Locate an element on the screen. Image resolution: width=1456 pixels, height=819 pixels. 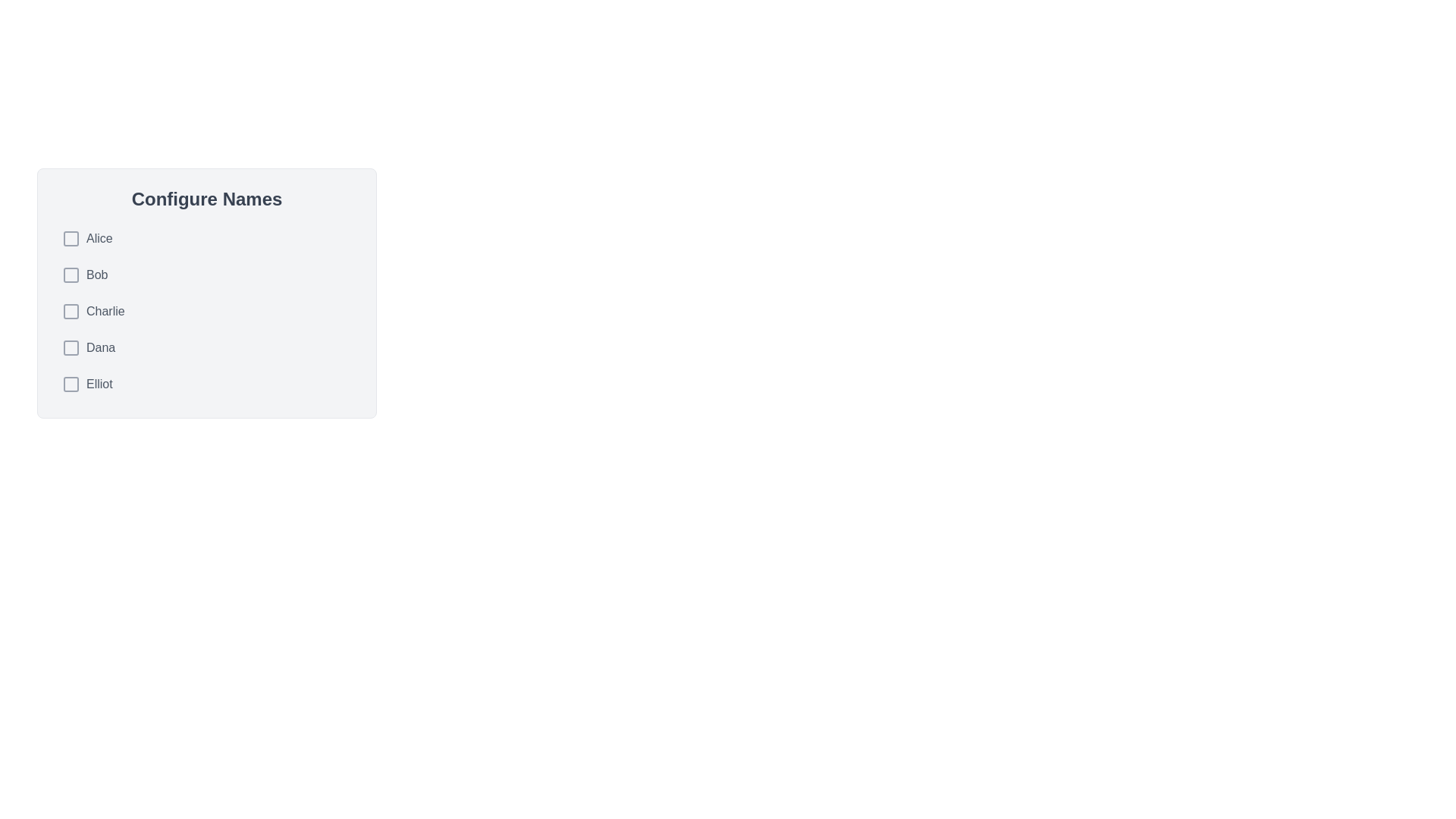
the text label 'Alice' which is aligned with the adjacent checkbox in the 'Configure Names' list to focus on it is located at coordinates (99, 239).